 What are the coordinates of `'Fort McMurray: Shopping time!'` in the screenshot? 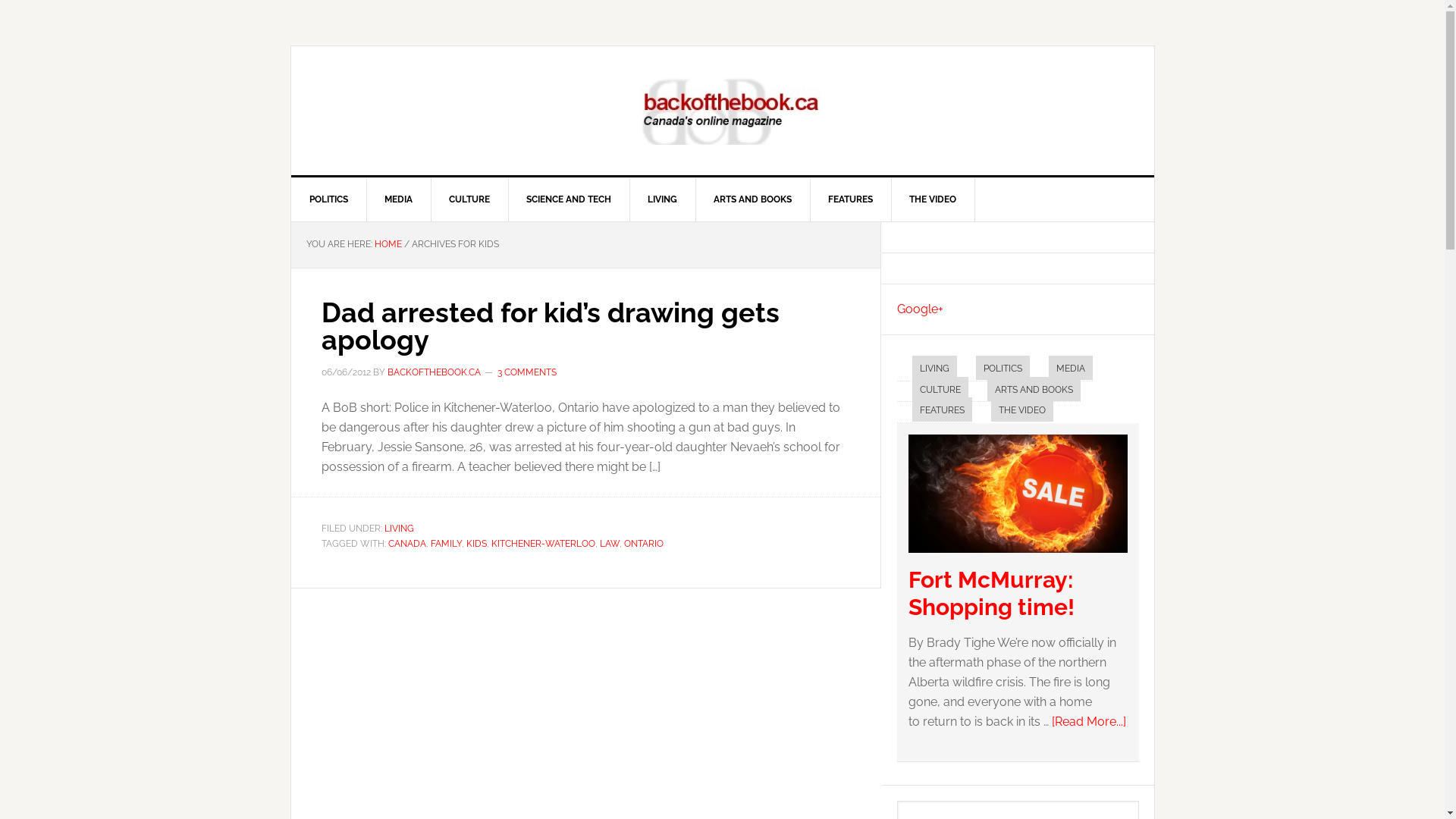 It's located at (991, 592).